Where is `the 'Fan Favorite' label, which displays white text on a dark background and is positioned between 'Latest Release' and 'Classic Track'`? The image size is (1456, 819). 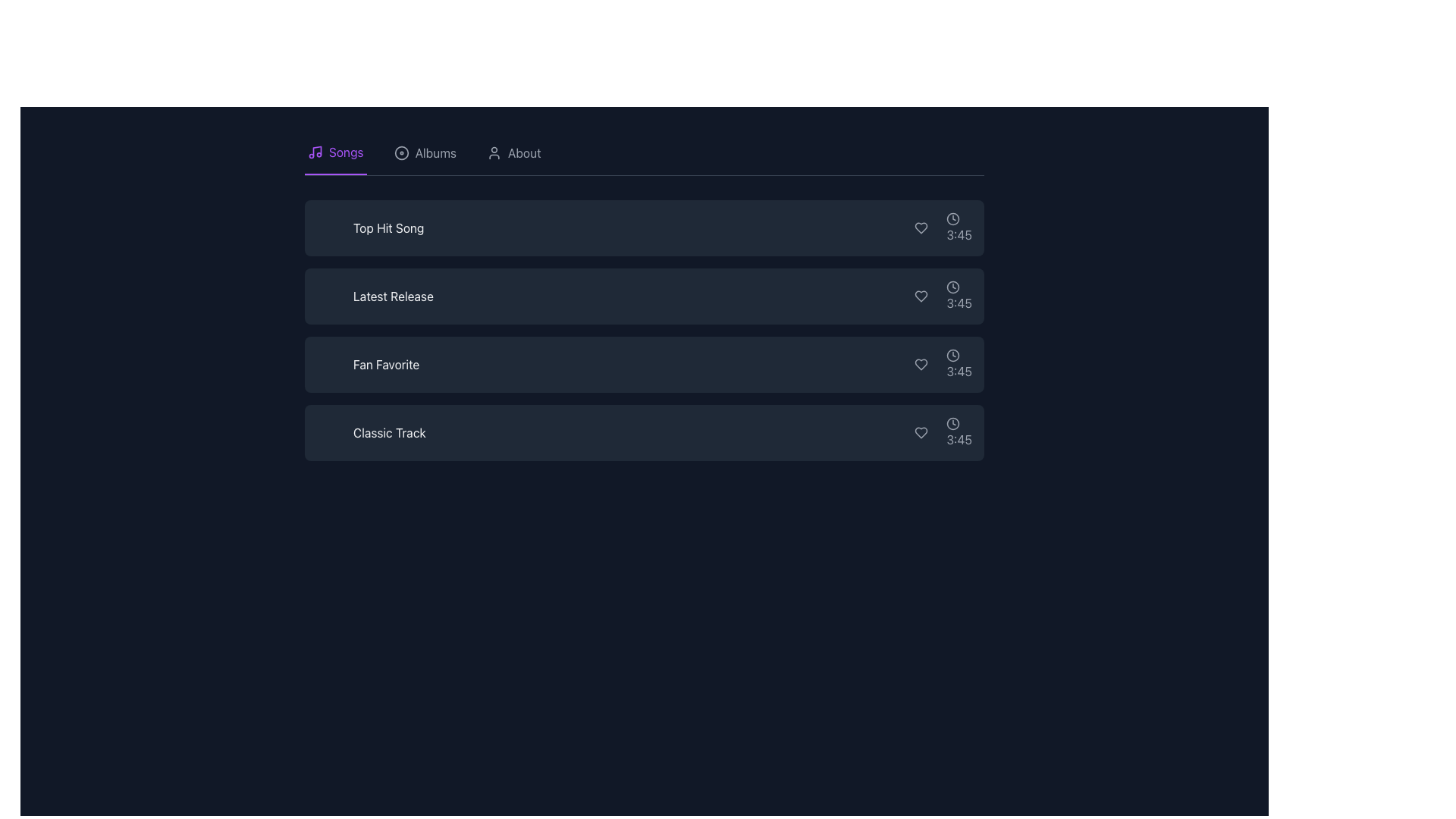
the 'Fan Favorite' label, which displays white text on a dark background and is positioned between 'Latest Release' and 'Classic Track' is located at coordinates (386, 365).